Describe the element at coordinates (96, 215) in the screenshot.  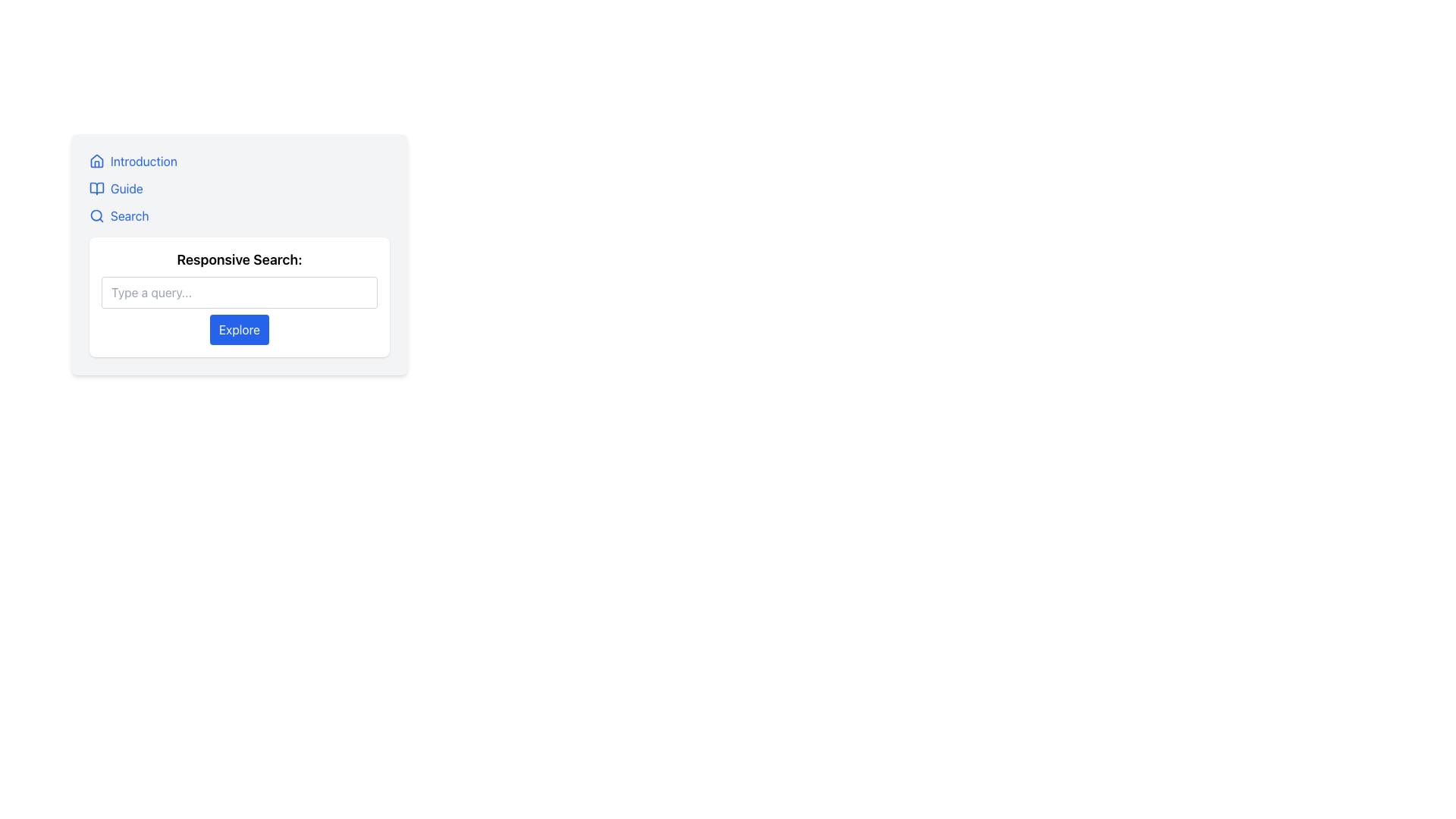
I see `properties of the inner convex lens of the magnifying glass icon, which serves as a graphical component indicating search functionality` at that location.